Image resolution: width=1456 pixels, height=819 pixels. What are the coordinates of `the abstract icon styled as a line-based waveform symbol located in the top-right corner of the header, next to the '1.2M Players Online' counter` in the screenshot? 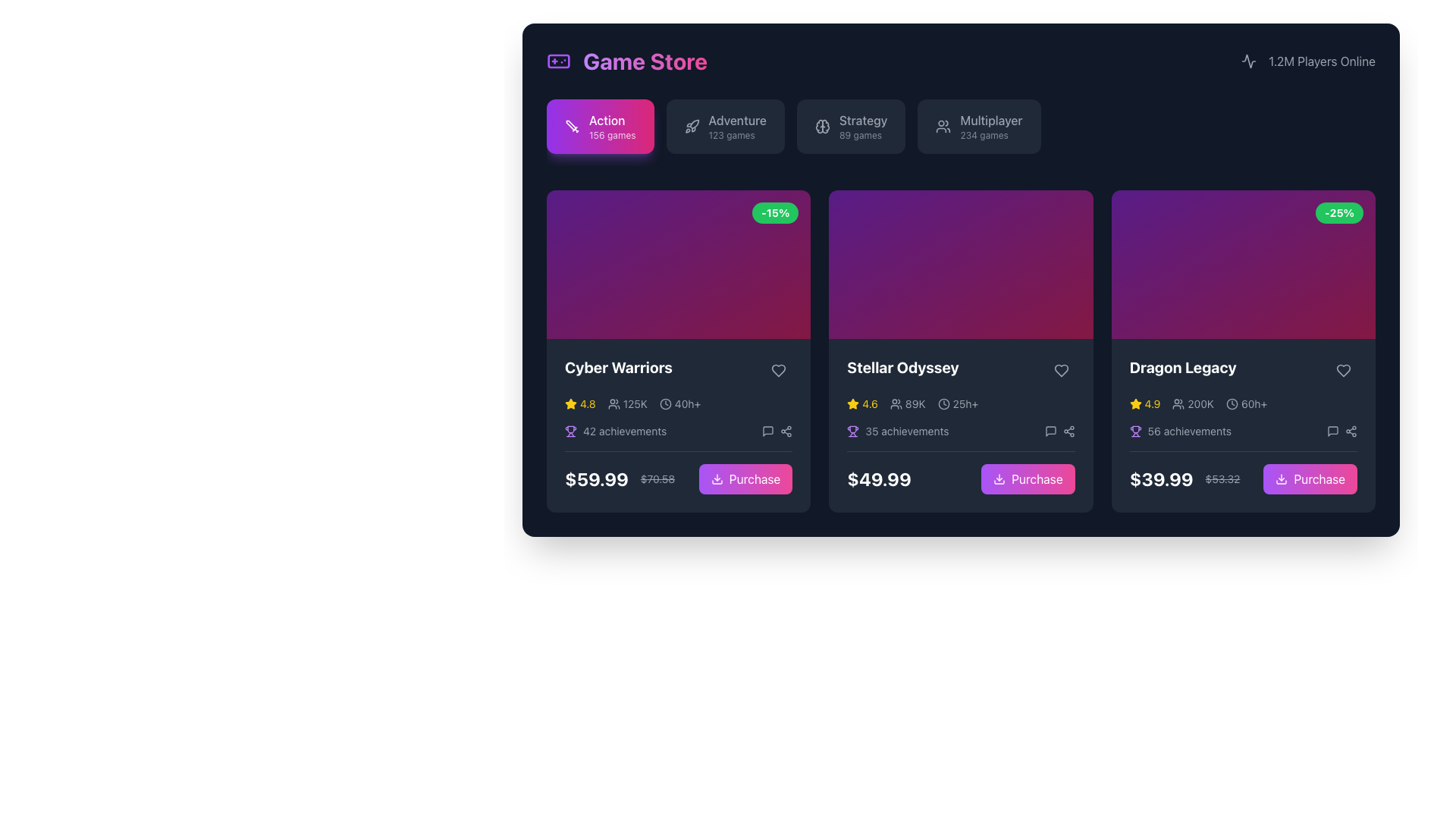 It's located at (1249, 61).